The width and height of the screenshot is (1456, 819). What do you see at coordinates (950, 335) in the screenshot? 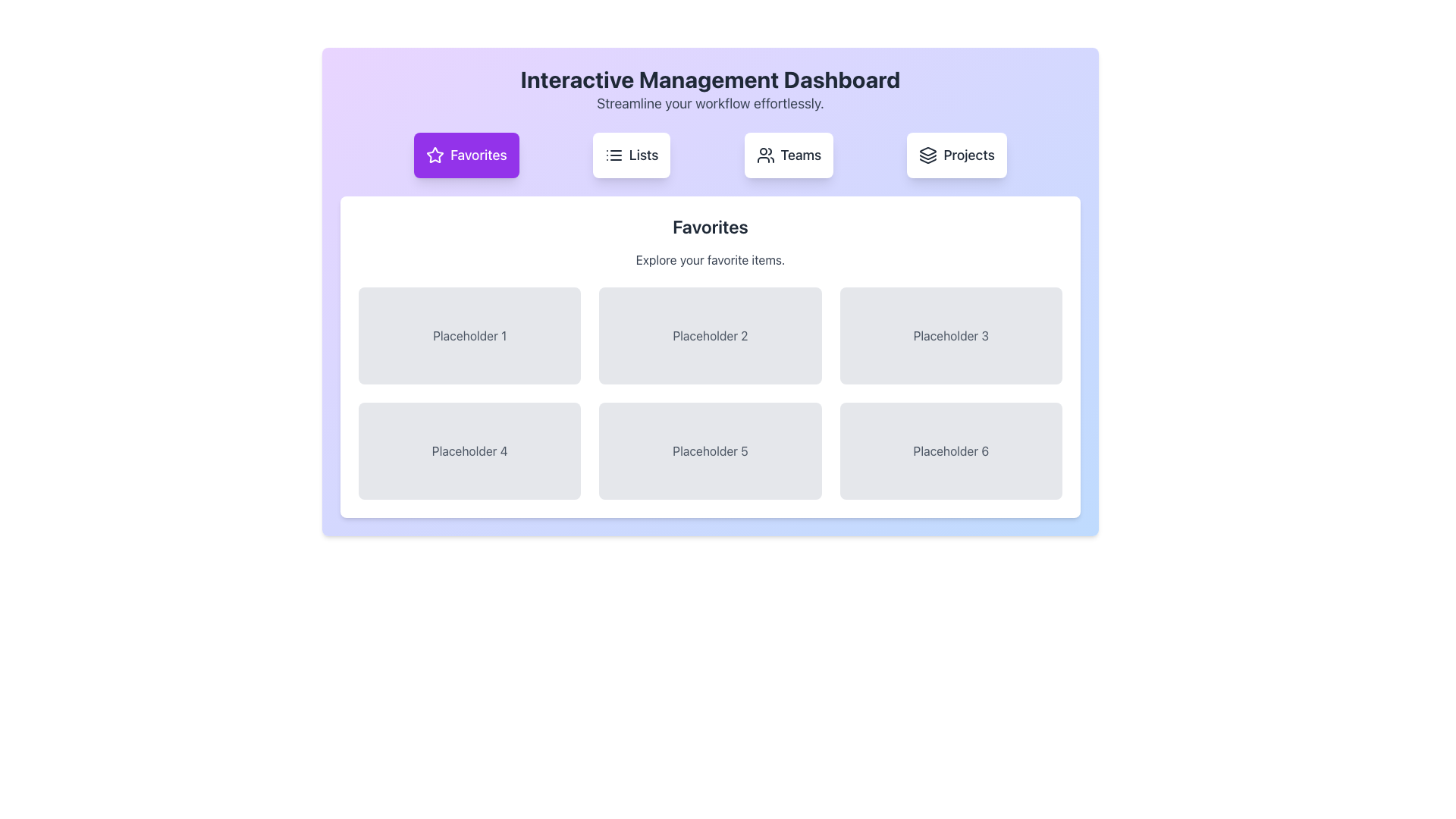
I see `the light gray rectangular placeholder labeled 'Placeholder 3', which is the third element in the first row of a grid layout` at bounding box center [950, 335].